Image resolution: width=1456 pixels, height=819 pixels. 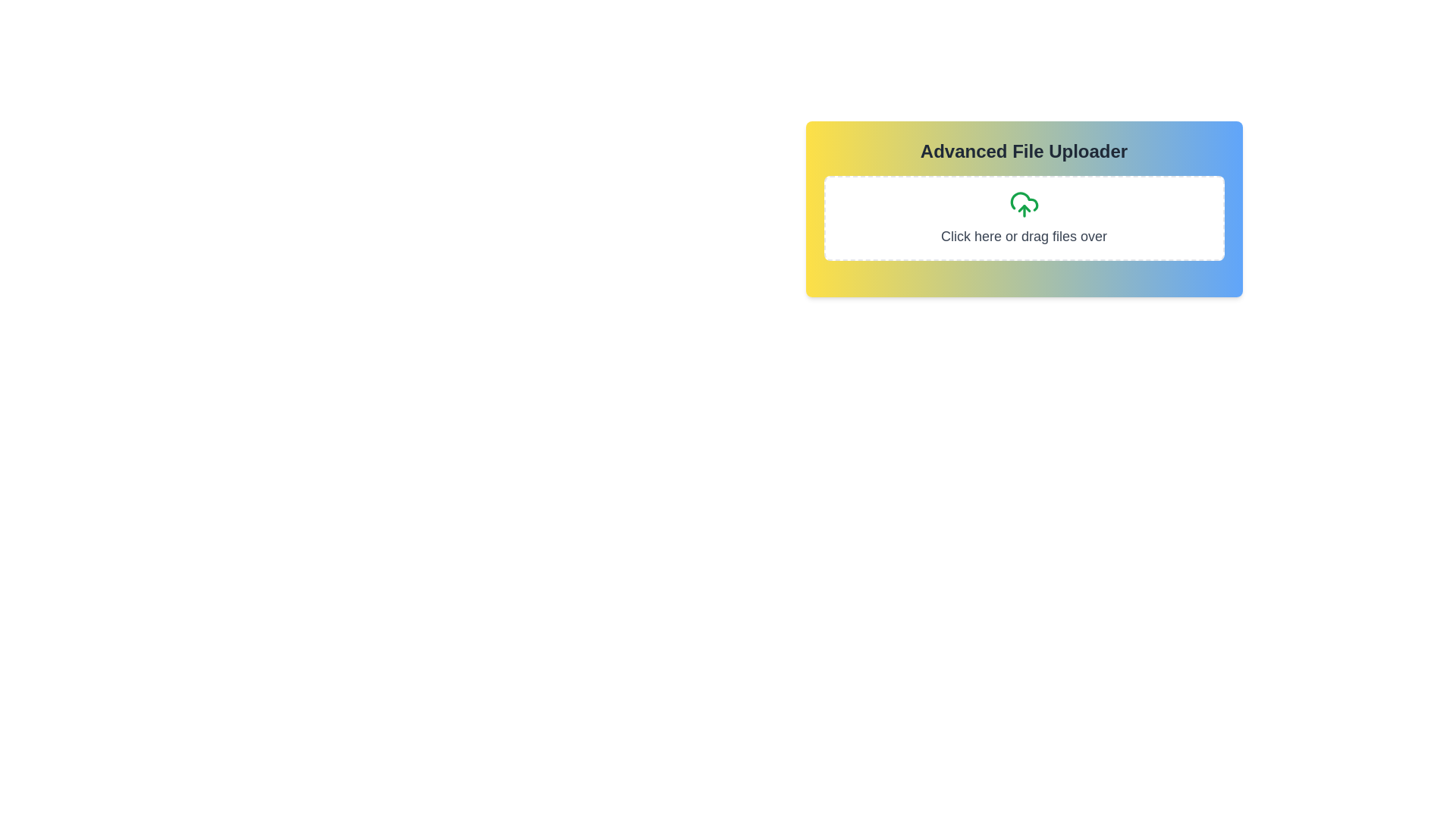 What do you see at coordinates (1024, 218) in the screenshot?
I see `the bordered rectangular File upload drop zone with a dashed border and a green cloud upload icon to initiate file selection` at bounding box center [1024, 218].